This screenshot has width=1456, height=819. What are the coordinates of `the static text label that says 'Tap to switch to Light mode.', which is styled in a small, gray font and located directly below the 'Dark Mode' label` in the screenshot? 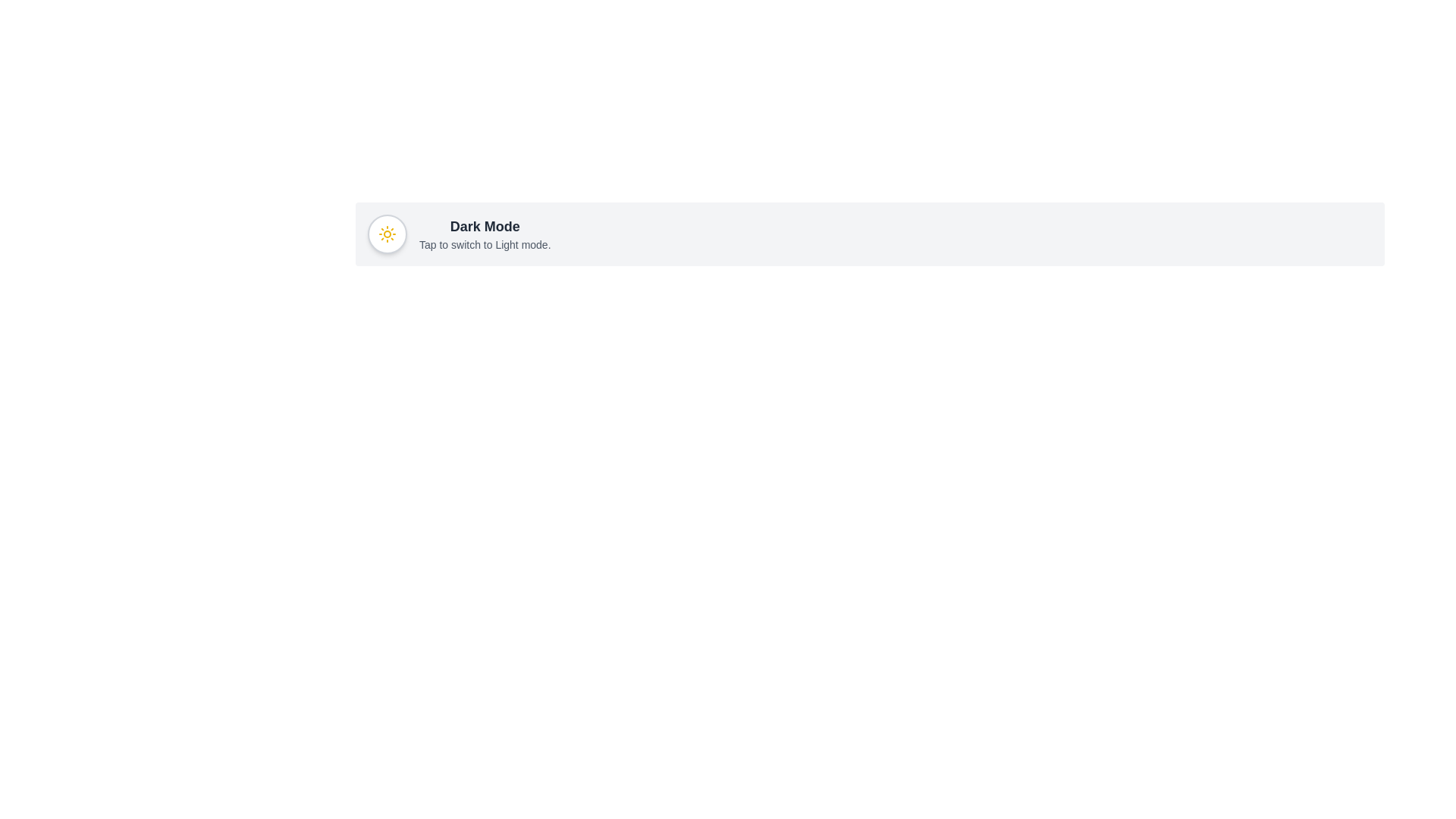 It's located at (484, 244).